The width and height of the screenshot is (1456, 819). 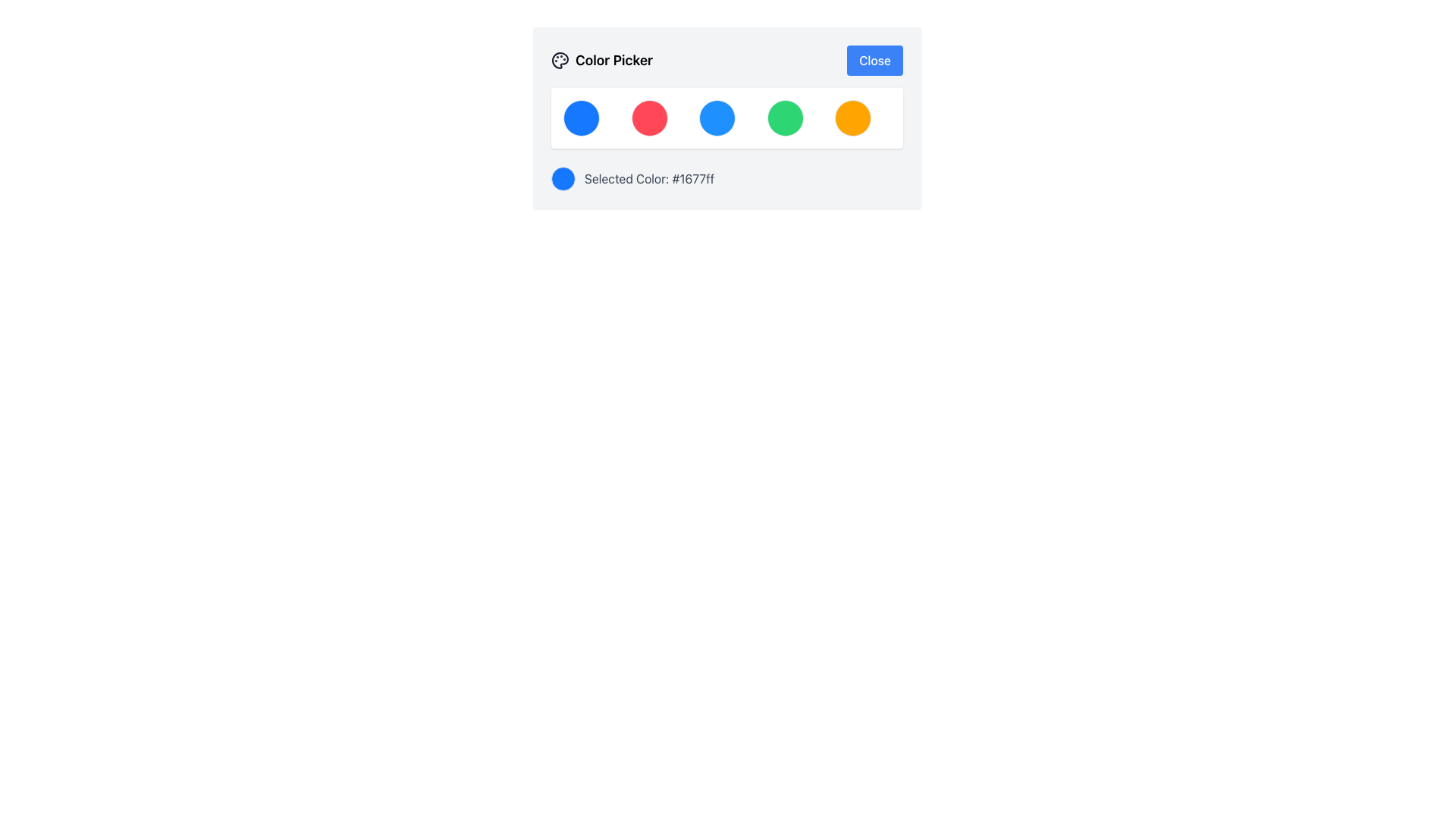 I want to click on the Text Label that describes the color picker functionality, located in the header section to the left of the 'Close' button and following the color palette icon, so click(x=601, y=60).